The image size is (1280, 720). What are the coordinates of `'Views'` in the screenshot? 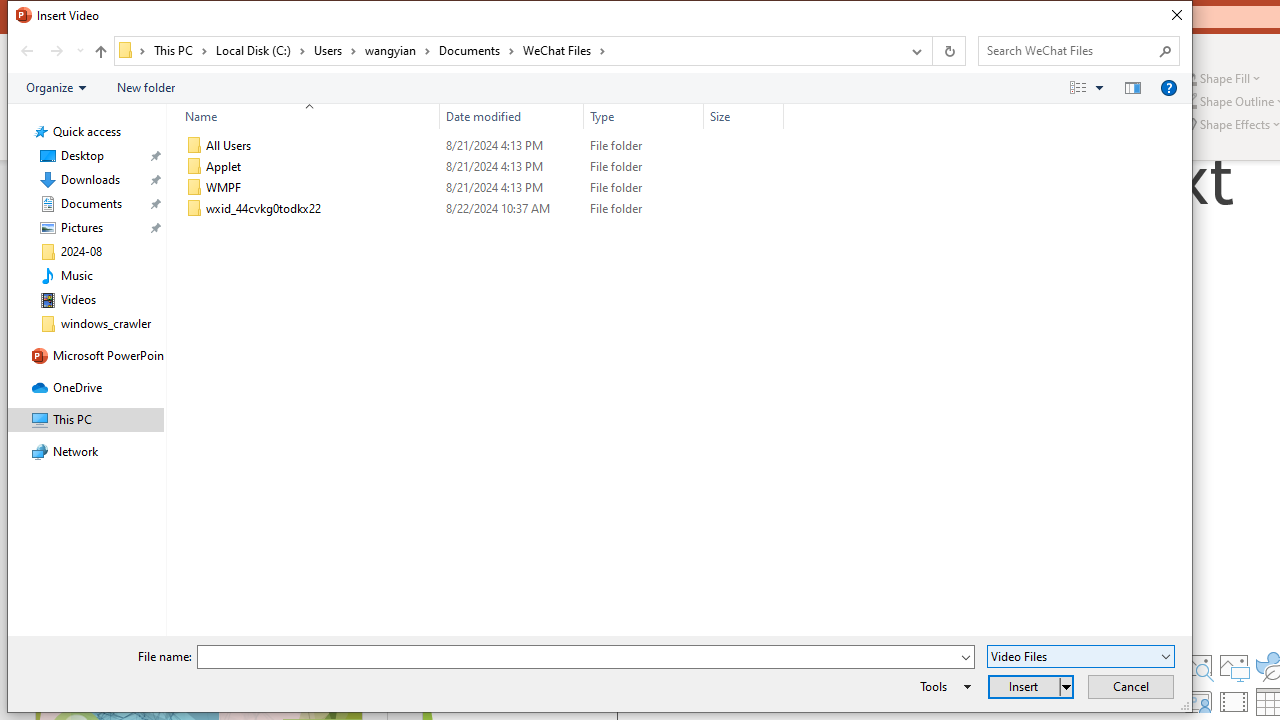 It's located at (1090, 86).